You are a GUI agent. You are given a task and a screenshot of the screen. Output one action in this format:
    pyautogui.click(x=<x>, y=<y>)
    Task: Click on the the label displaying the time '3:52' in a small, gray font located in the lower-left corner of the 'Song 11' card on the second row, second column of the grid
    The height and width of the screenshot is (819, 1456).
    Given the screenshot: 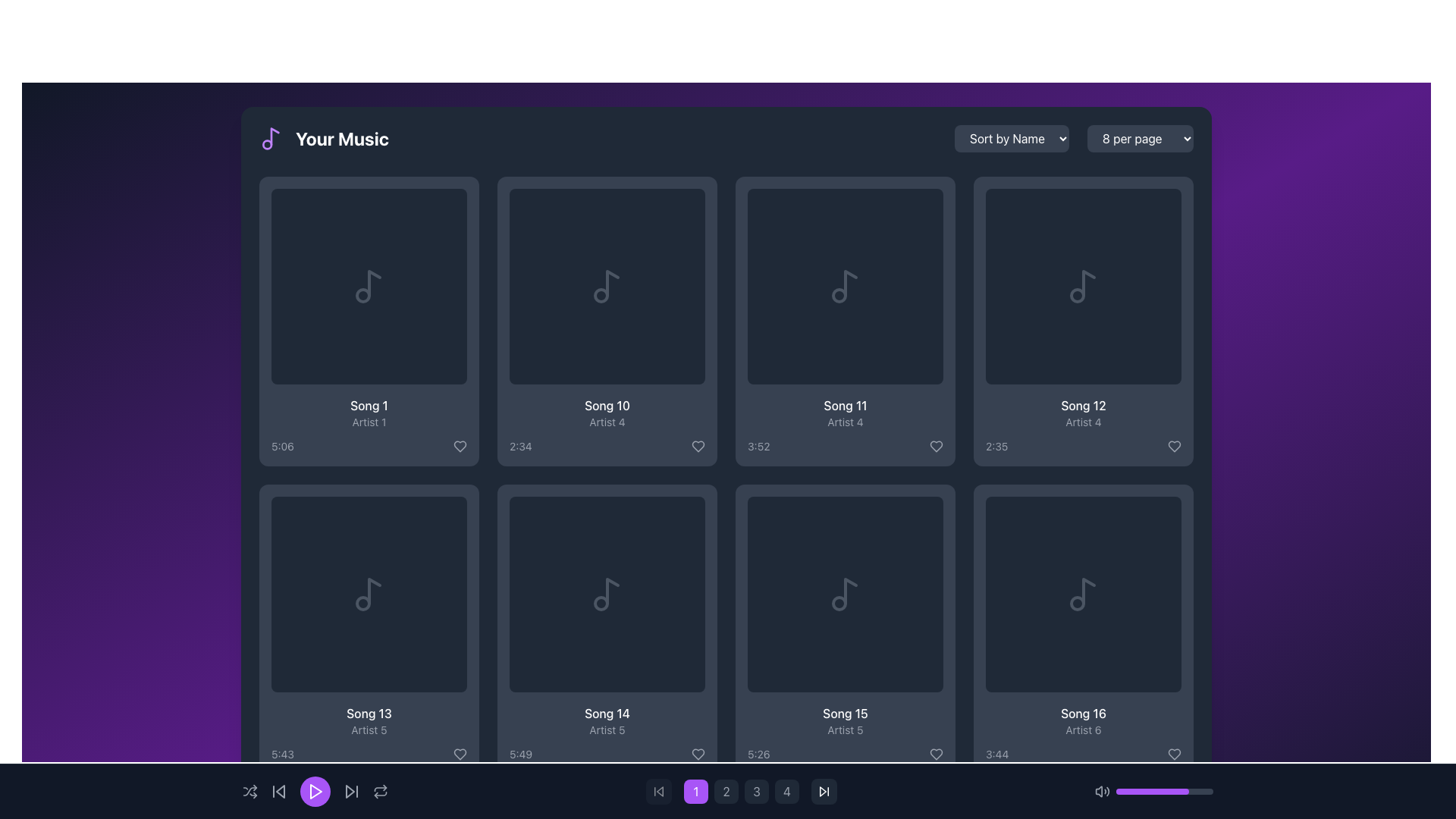 What is the action you would take?
    pyautogui.click(x=758, y=446)
    